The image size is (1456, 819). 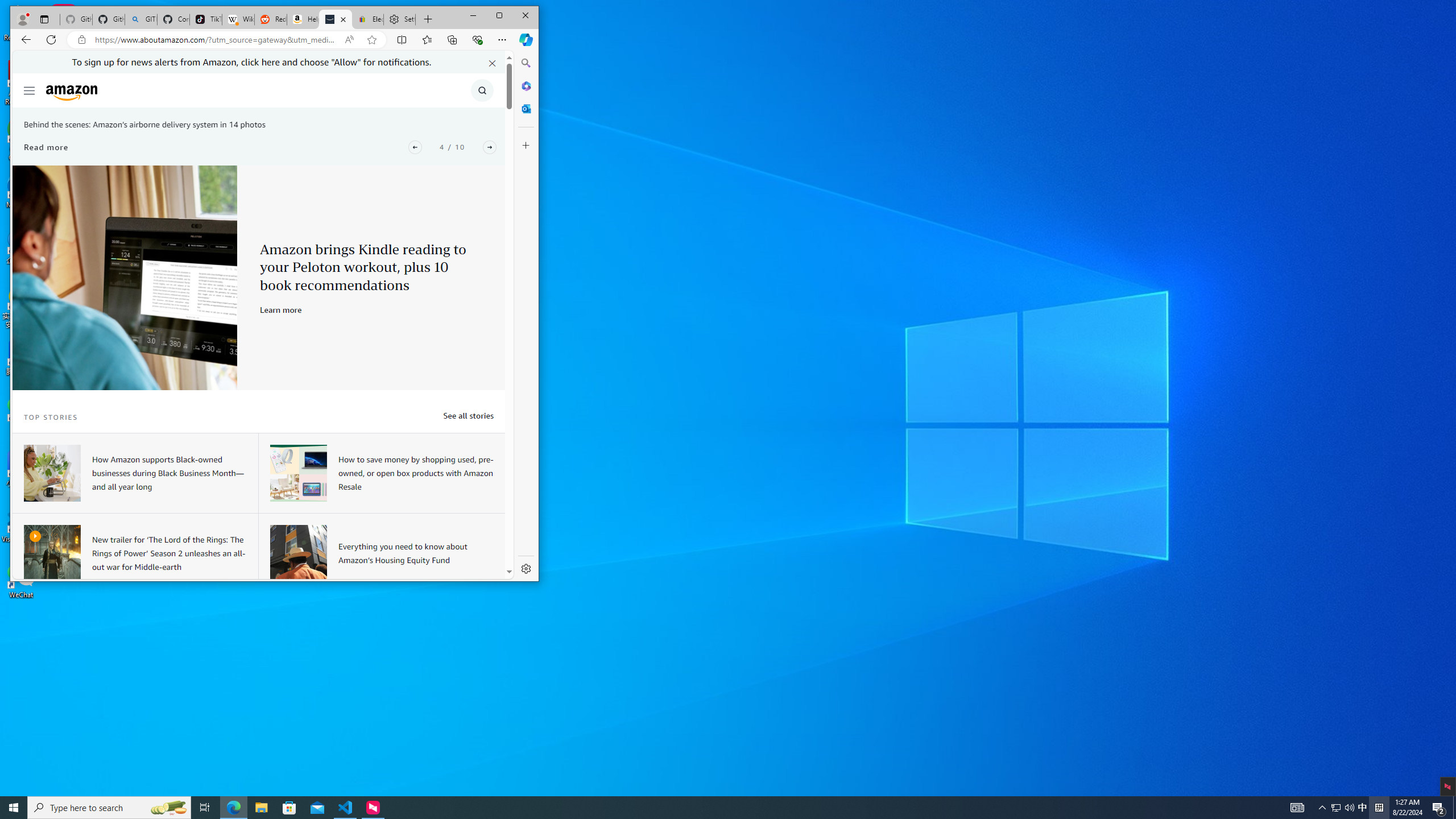 What do you see at coordinates (489, 147) in the screenshot?
I see `'Next'` at bounding box center [489, 147].